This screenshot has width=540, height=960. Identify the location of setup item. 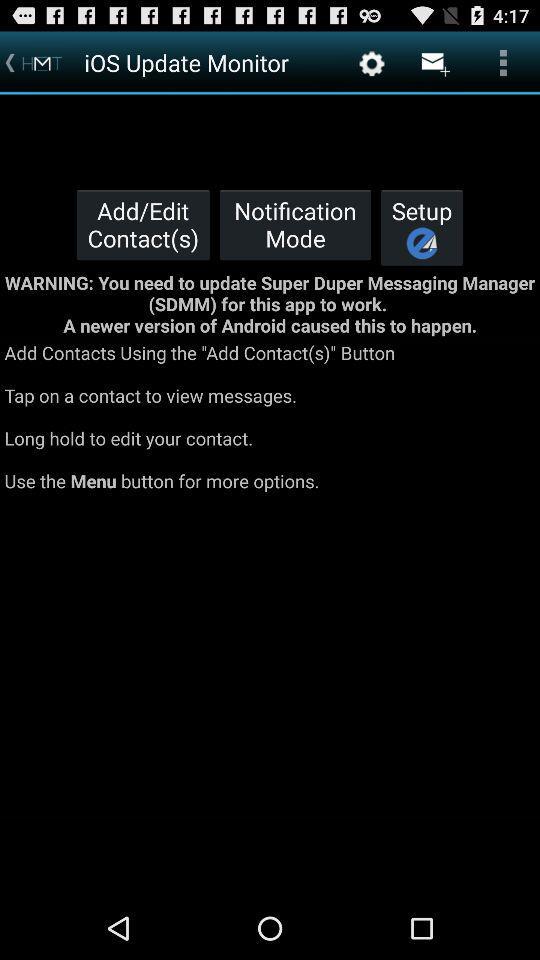
(421, 227).